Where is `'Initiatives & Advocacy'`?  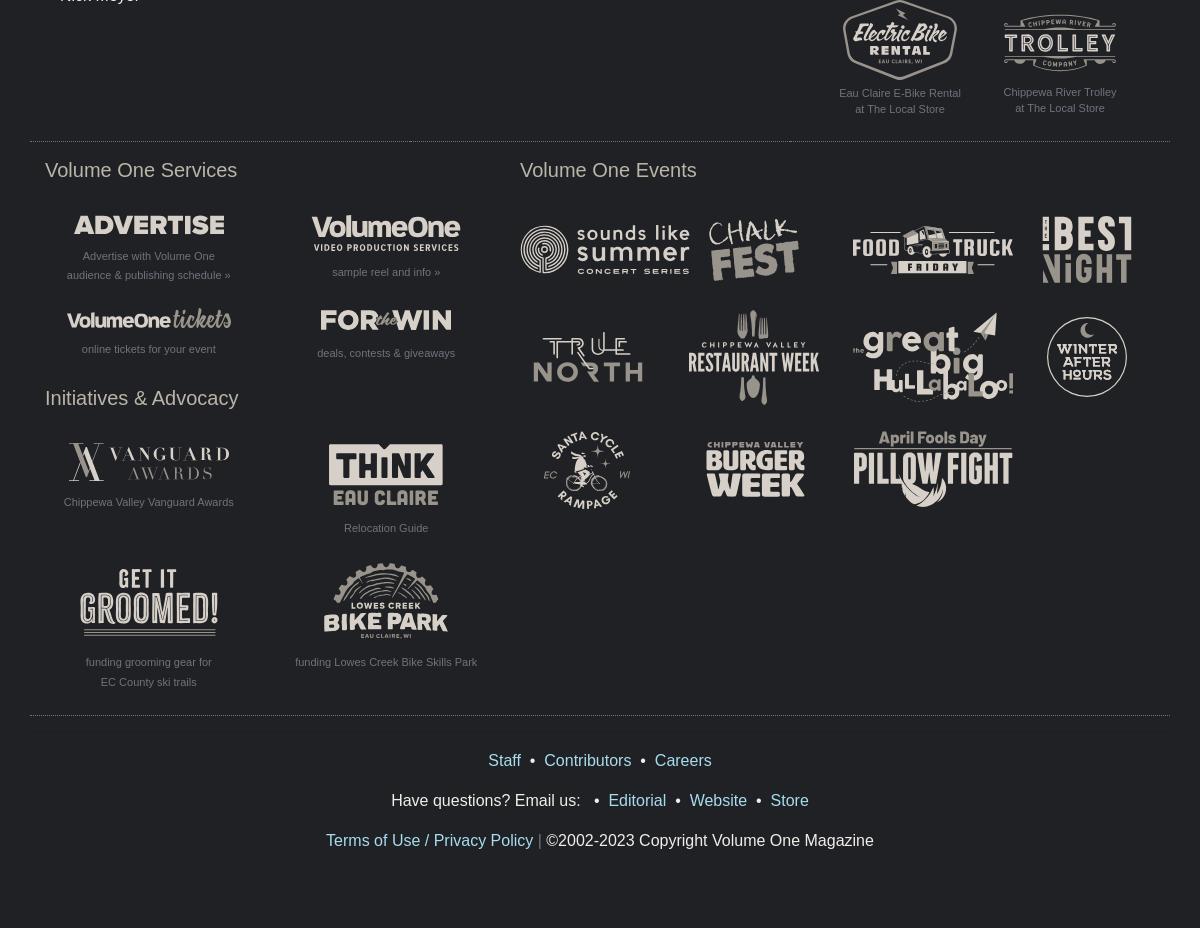 'Initiatives & Advocacy' is located at coordinates (141, 398).